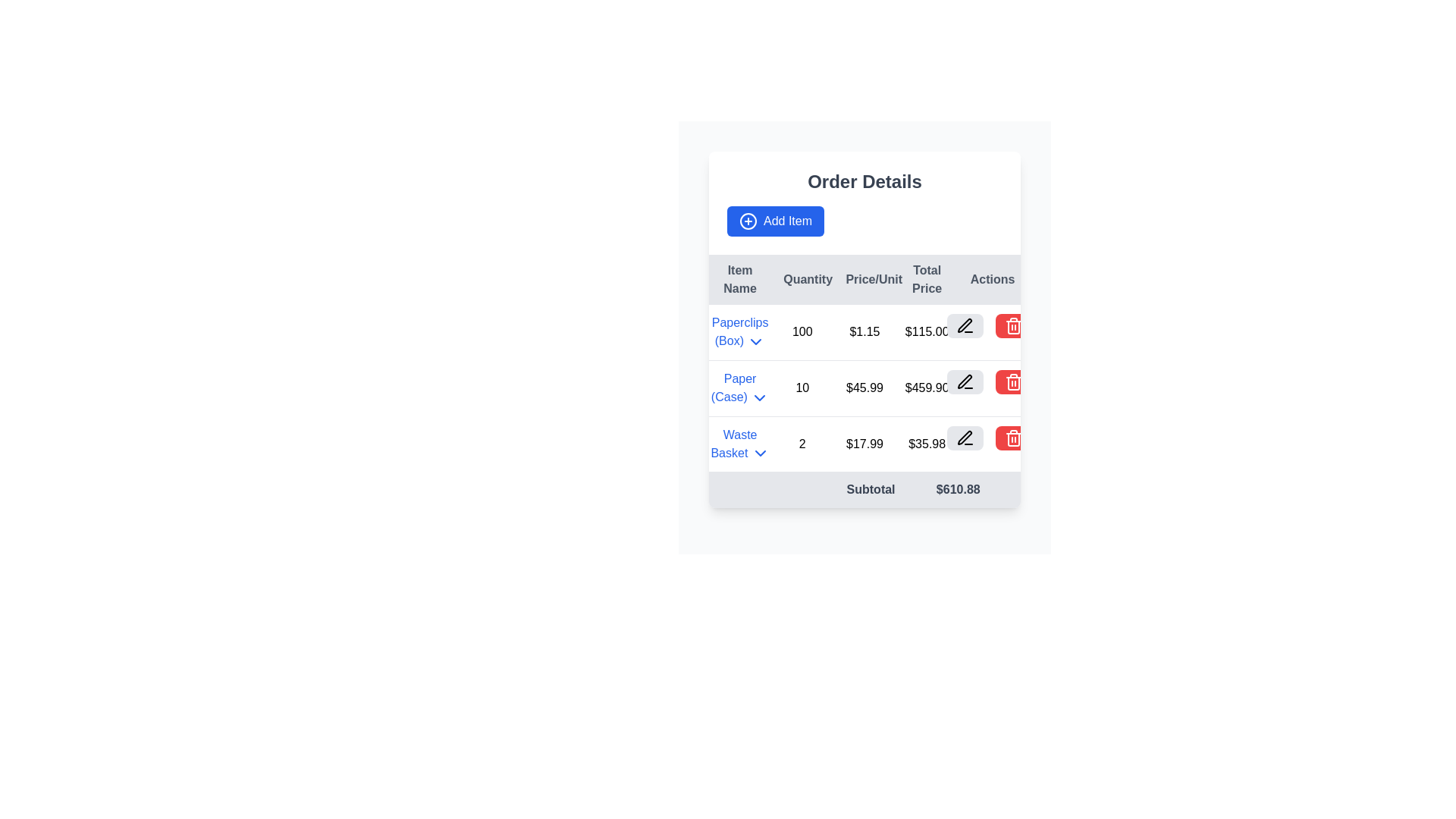 The height and width of the screenshot is (819, 1456). I want to click on the unit price text for the item 'Paper (Case)' in the 'Order Details' section, located in the second row under the 'Price/Unit' column, so click(864, 388).